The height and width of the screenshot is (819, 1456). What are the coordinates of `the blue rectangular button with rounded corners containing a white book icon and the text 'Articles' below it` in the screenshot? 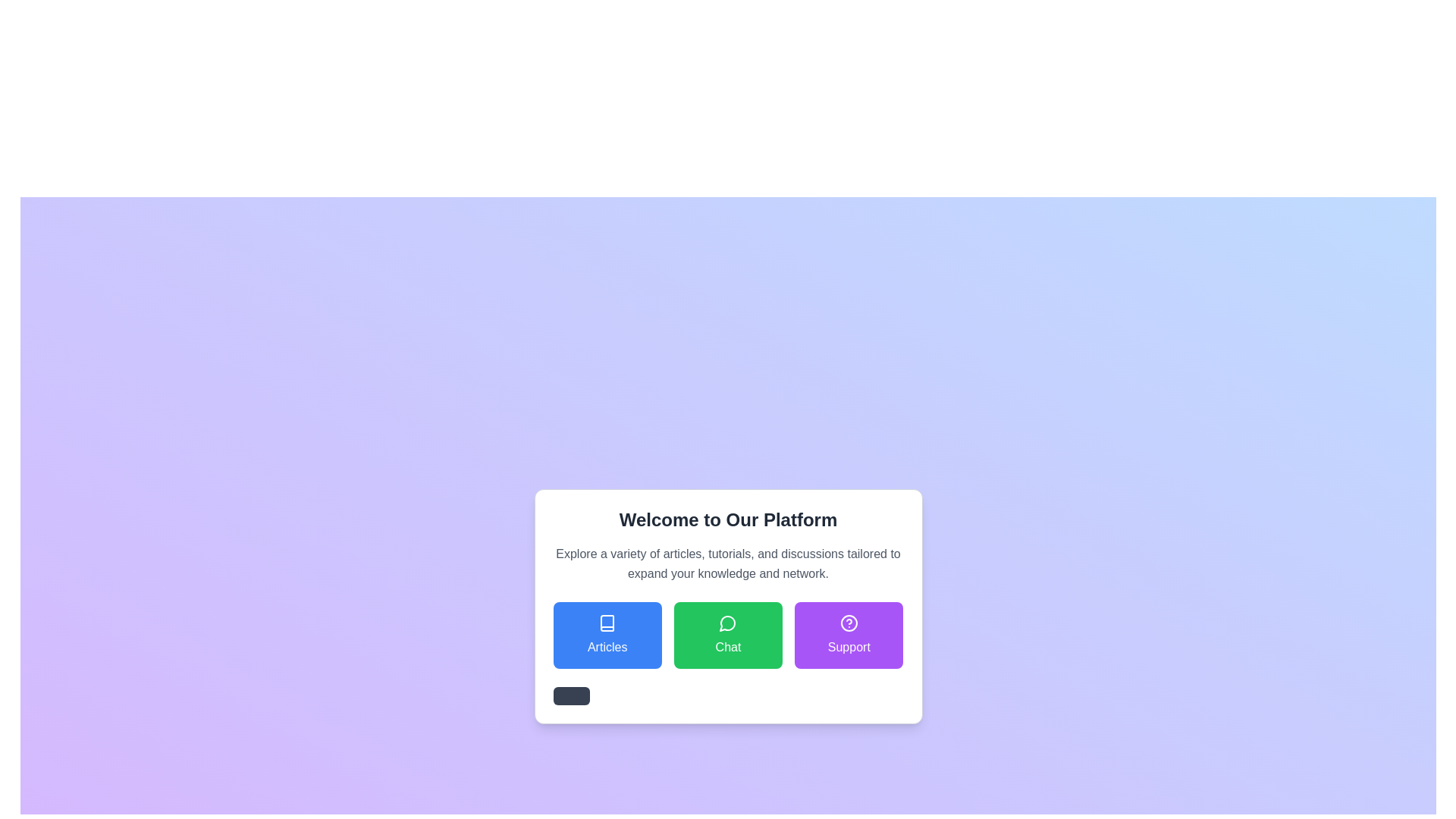 It's located at (607, 635).